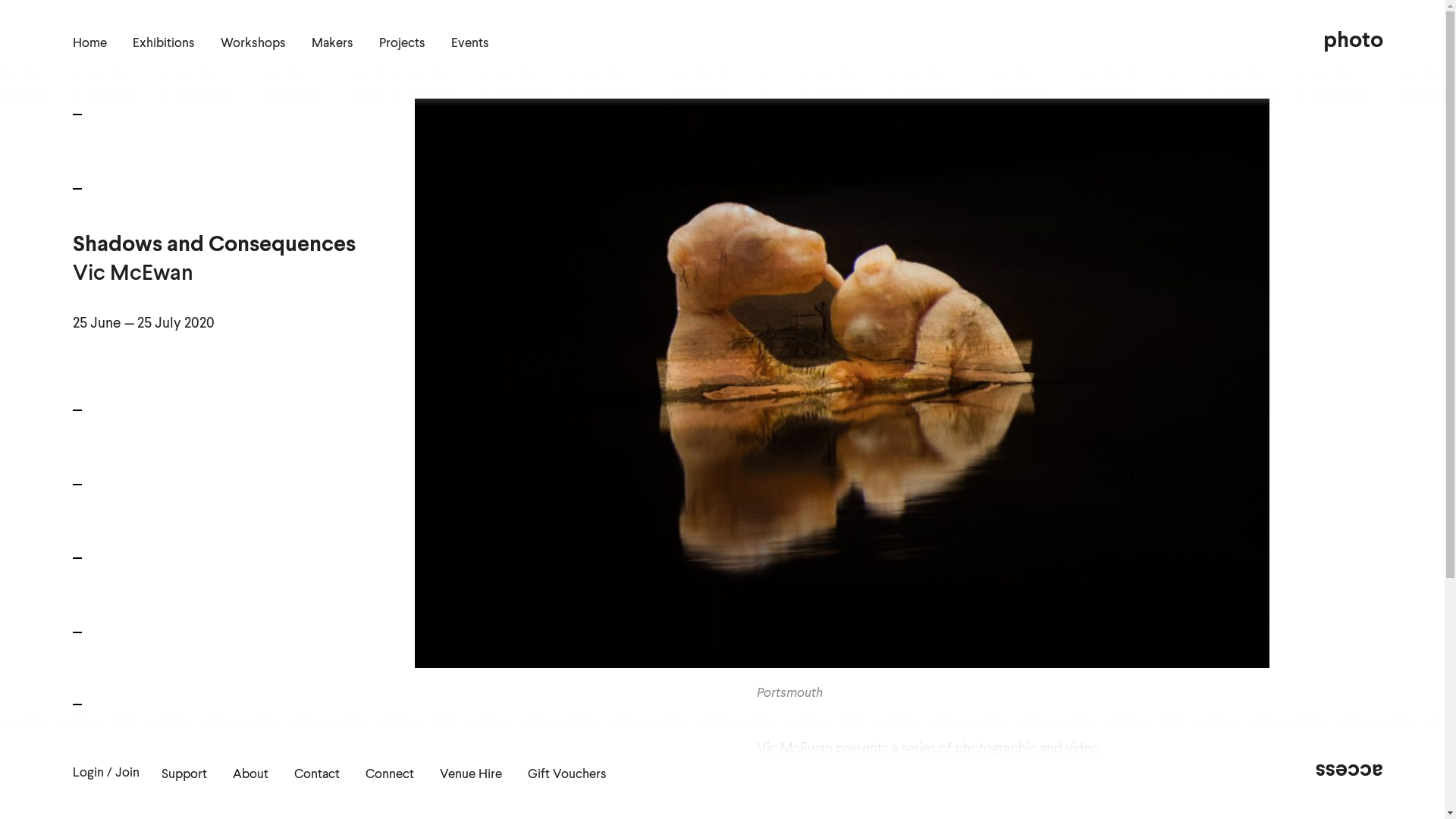  I want to click on 'access', so click(1314, 770).